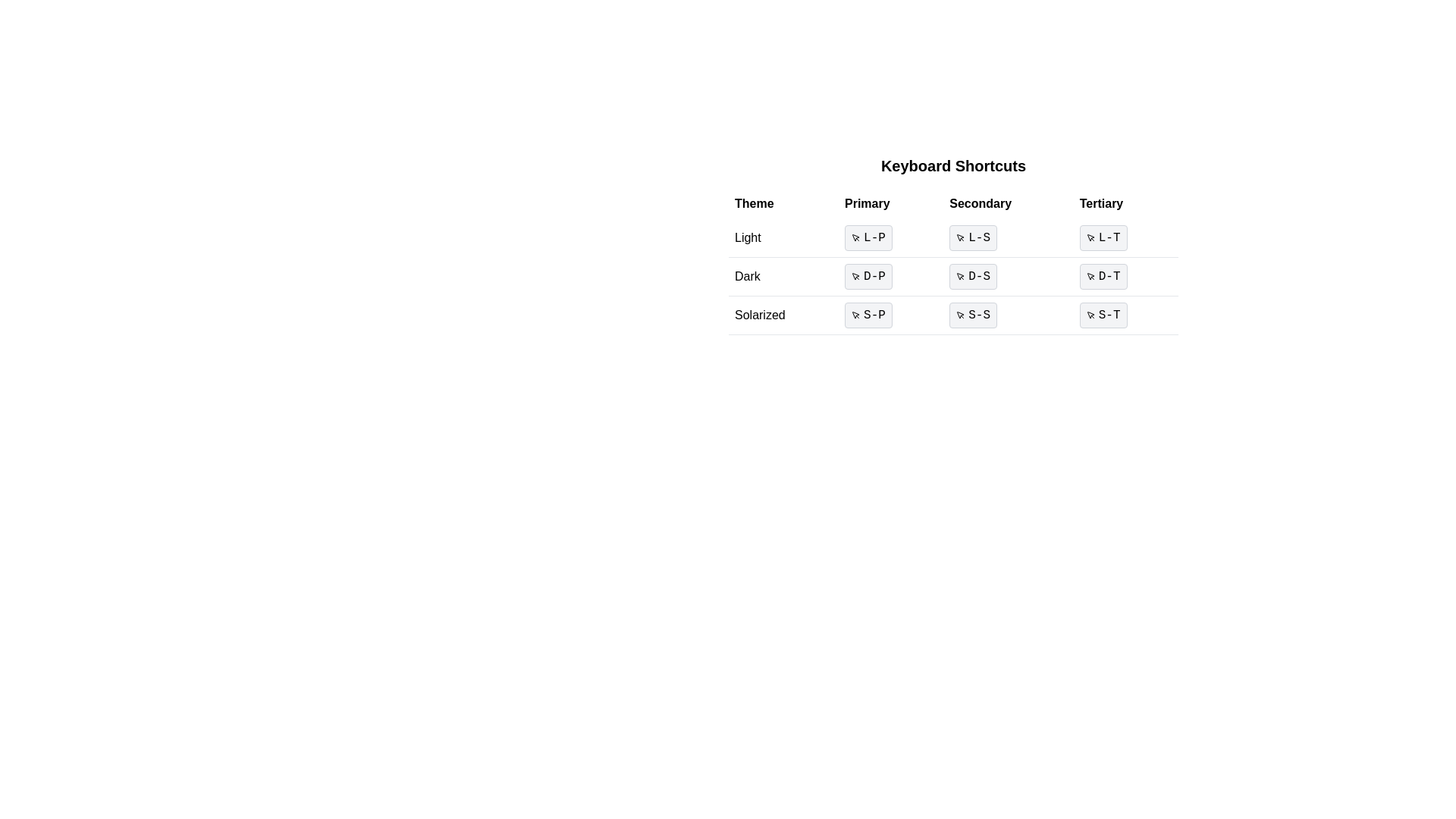 The image size is (1456, 819). I want to click on the 'Secondary' action button in the 'Light' theme row, which contains the shortcut label text, so click(979, 237).